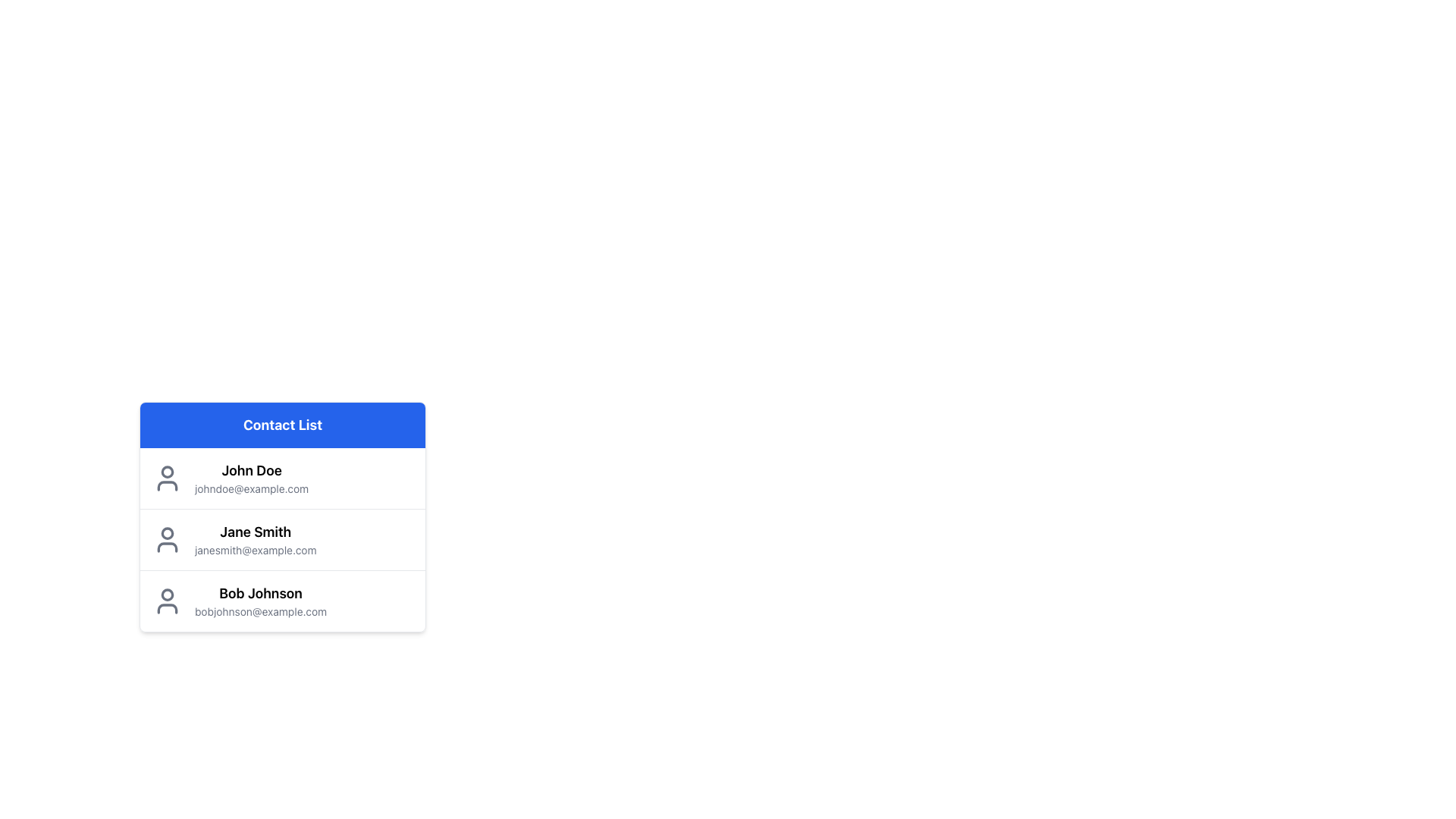 This screenshot has height=819, width=1456. What do you see at coordinates (167, 607) in the screenshot?
I see `the lower half of the user avatar icon representing the shoulders and torso, located to the left of 'Bob Johnson's' name and email address` at bounding box center [167, 607].